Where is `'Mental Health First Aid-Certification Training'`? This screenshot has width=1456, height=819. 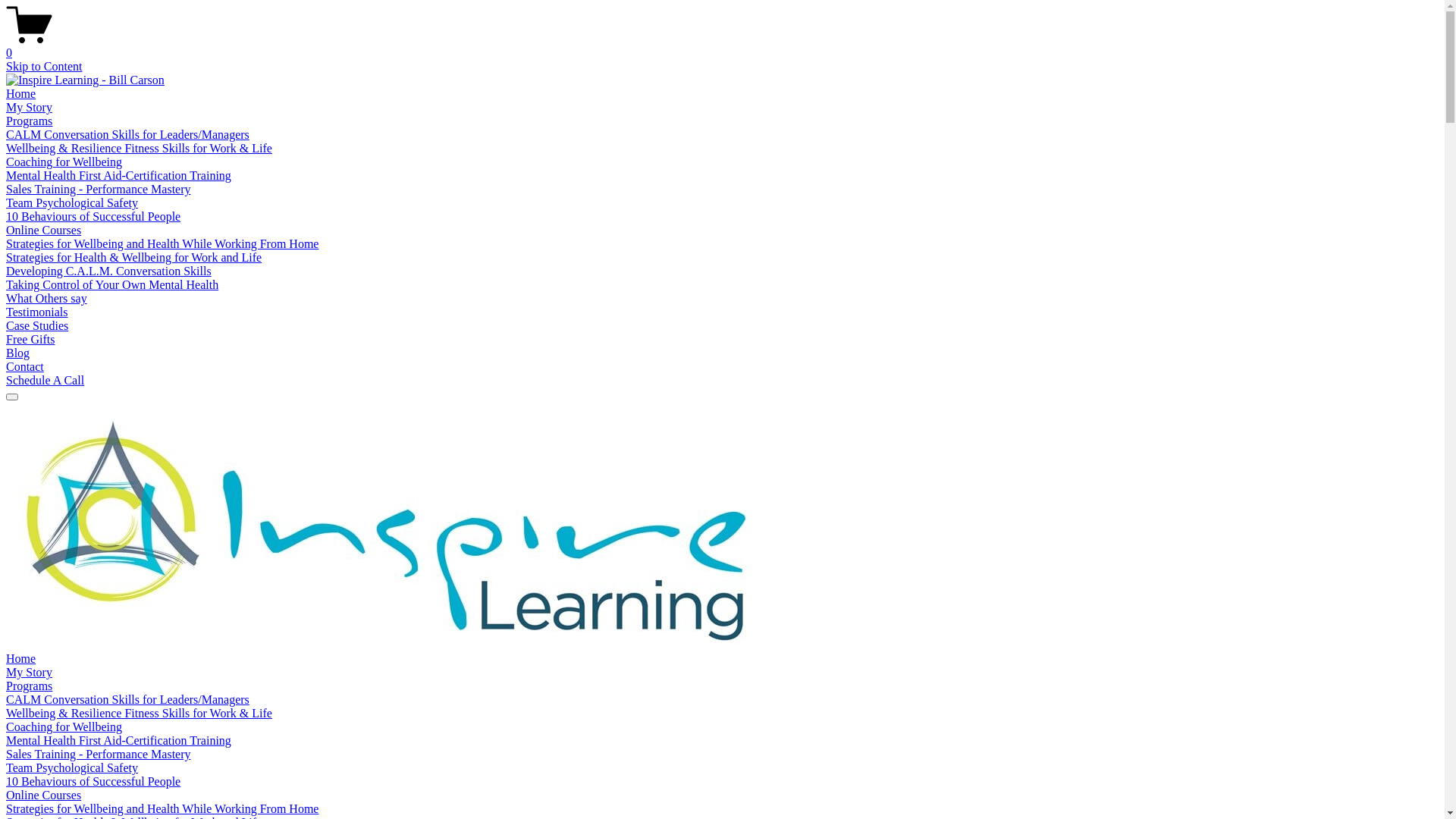 'Mental Health First Aid-Certification Training' is located at coordinates (118, 739).